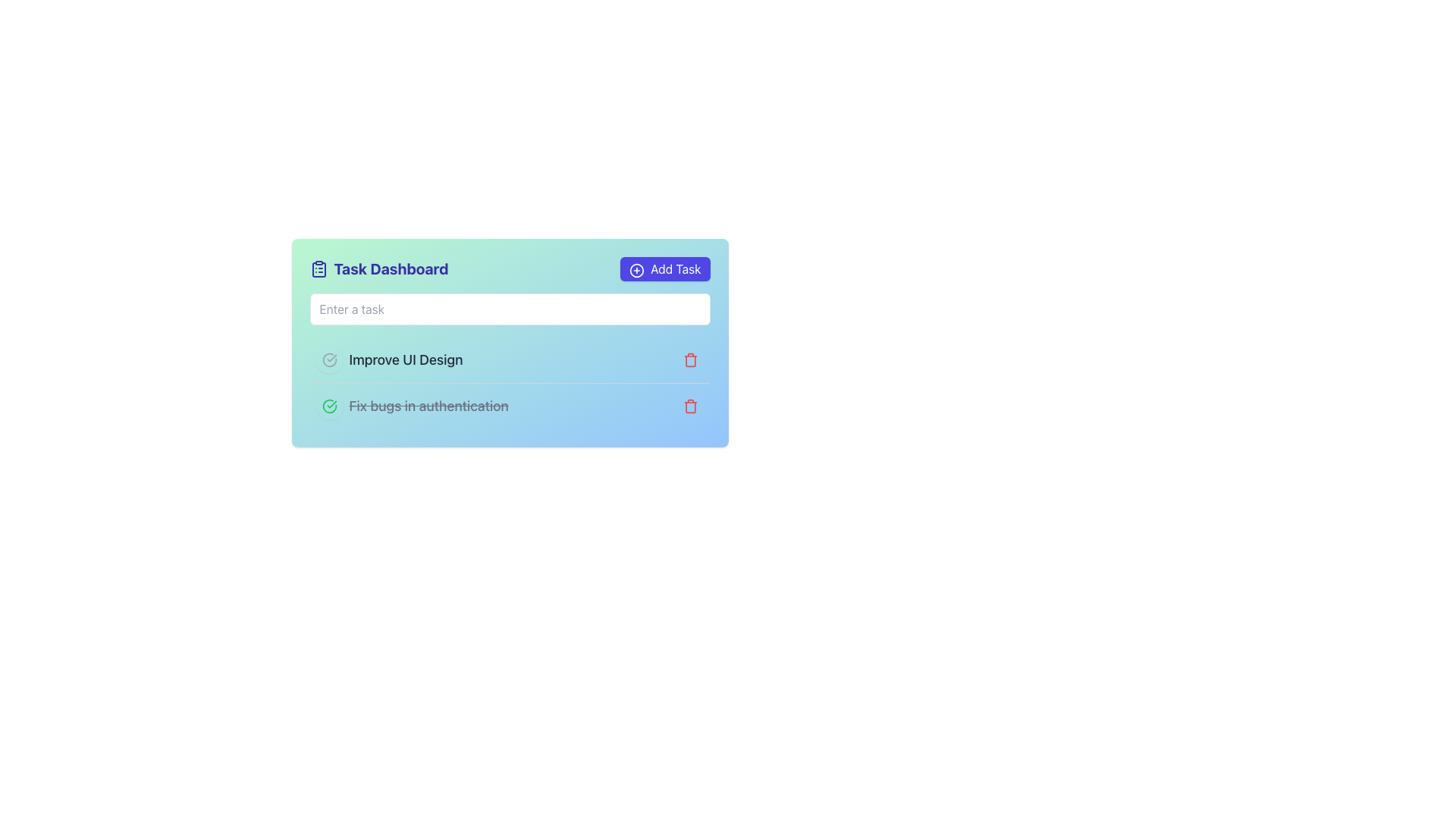  What do you see at coordinates (389, 359) in the screenshot?
I see `the Task item label displaying 'Improve UI Design' in bold, dark gray font, which is the first item in the task list under 'Task Dashboard'` at bounding box center [389, 359].